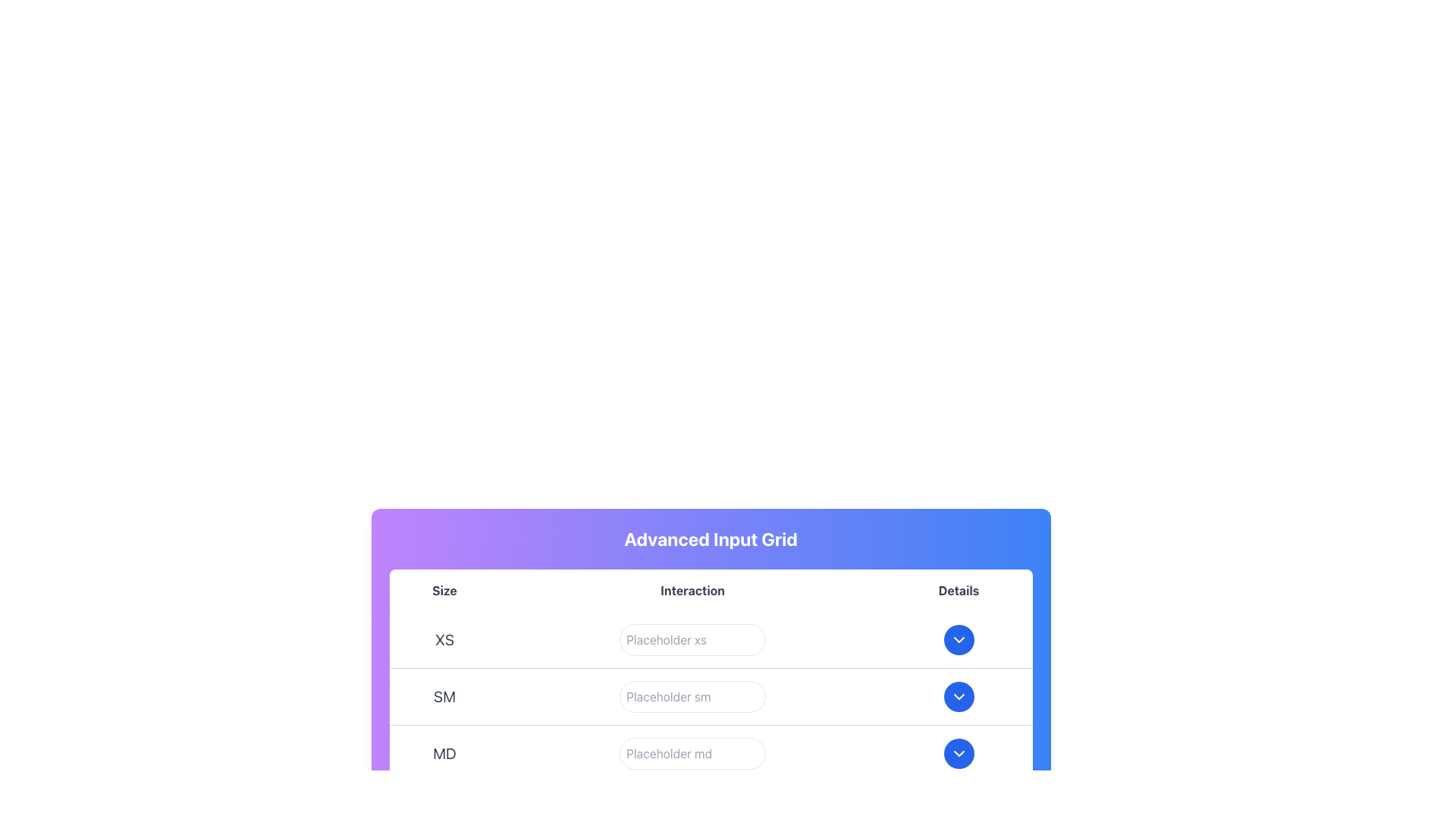 The image size is (1456, 819). I want to click on the button in the 'Details' column that reveals additional options for the 'XS' row, so click(958, 640).